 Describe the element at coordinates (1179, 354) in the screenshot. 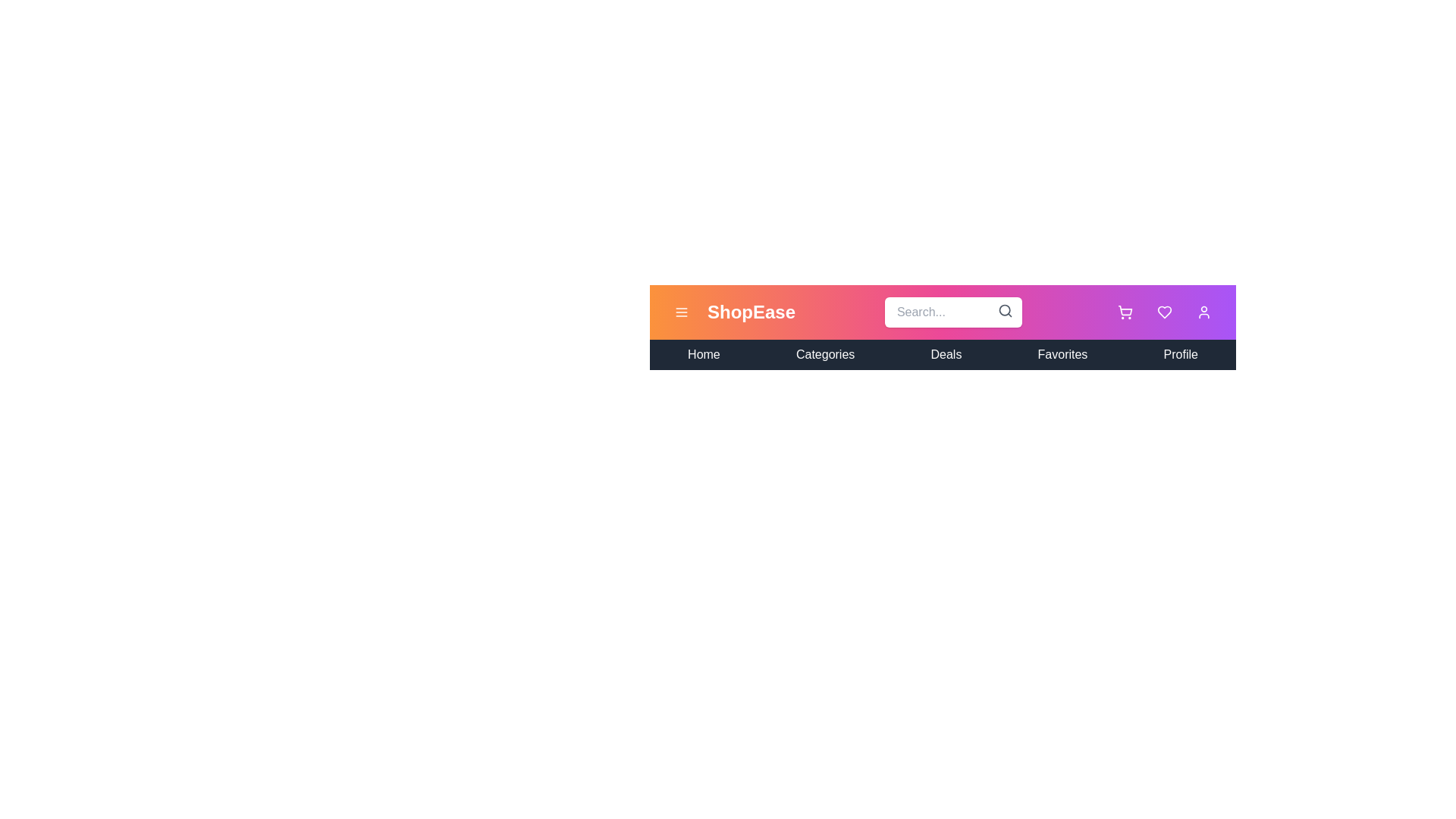

I see `the Profile from the navigation menu` at that location.